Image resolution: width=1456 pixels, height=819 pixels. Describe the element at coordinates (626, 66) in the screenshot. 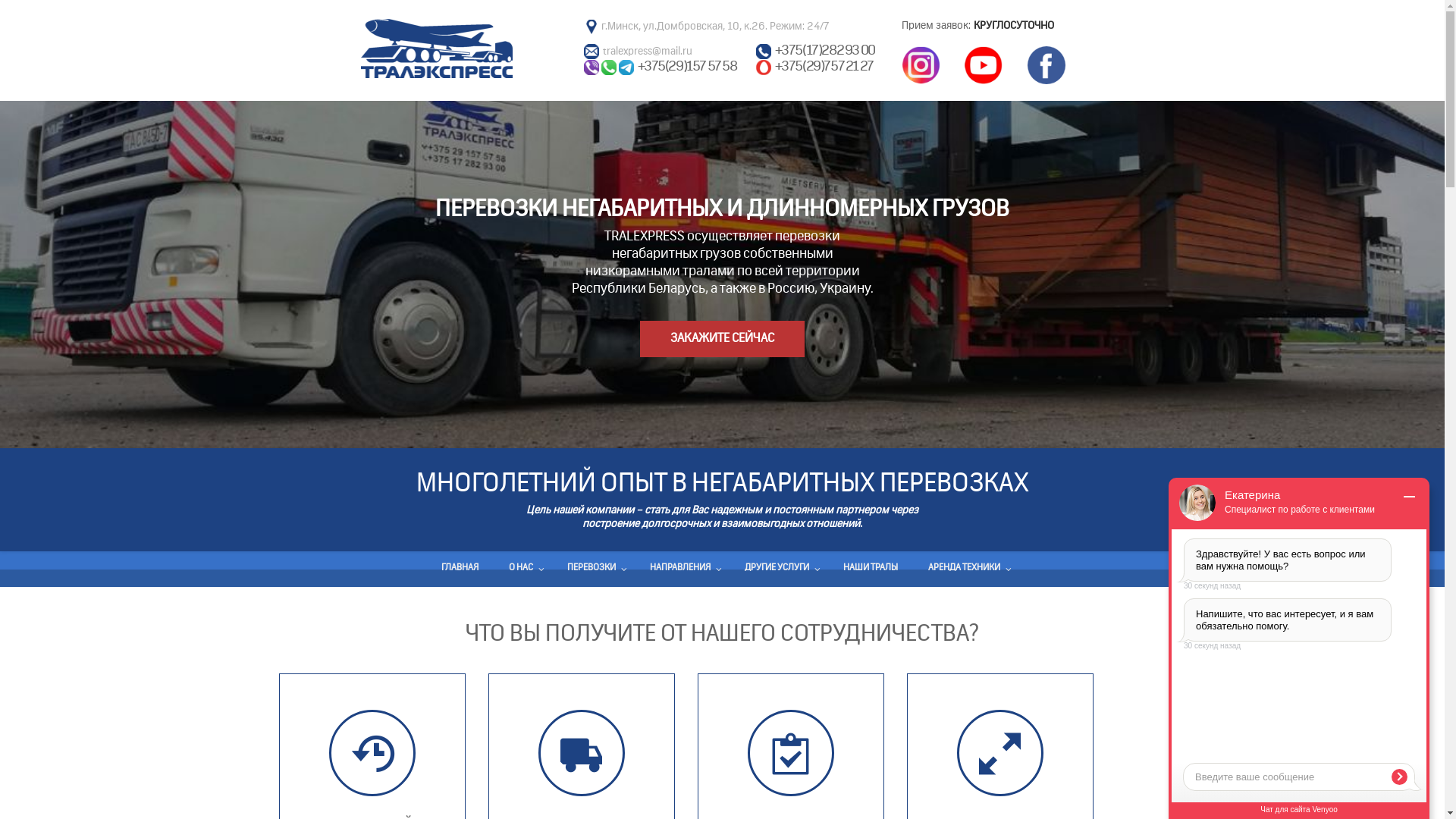

I see `'Telegram'` at that location.